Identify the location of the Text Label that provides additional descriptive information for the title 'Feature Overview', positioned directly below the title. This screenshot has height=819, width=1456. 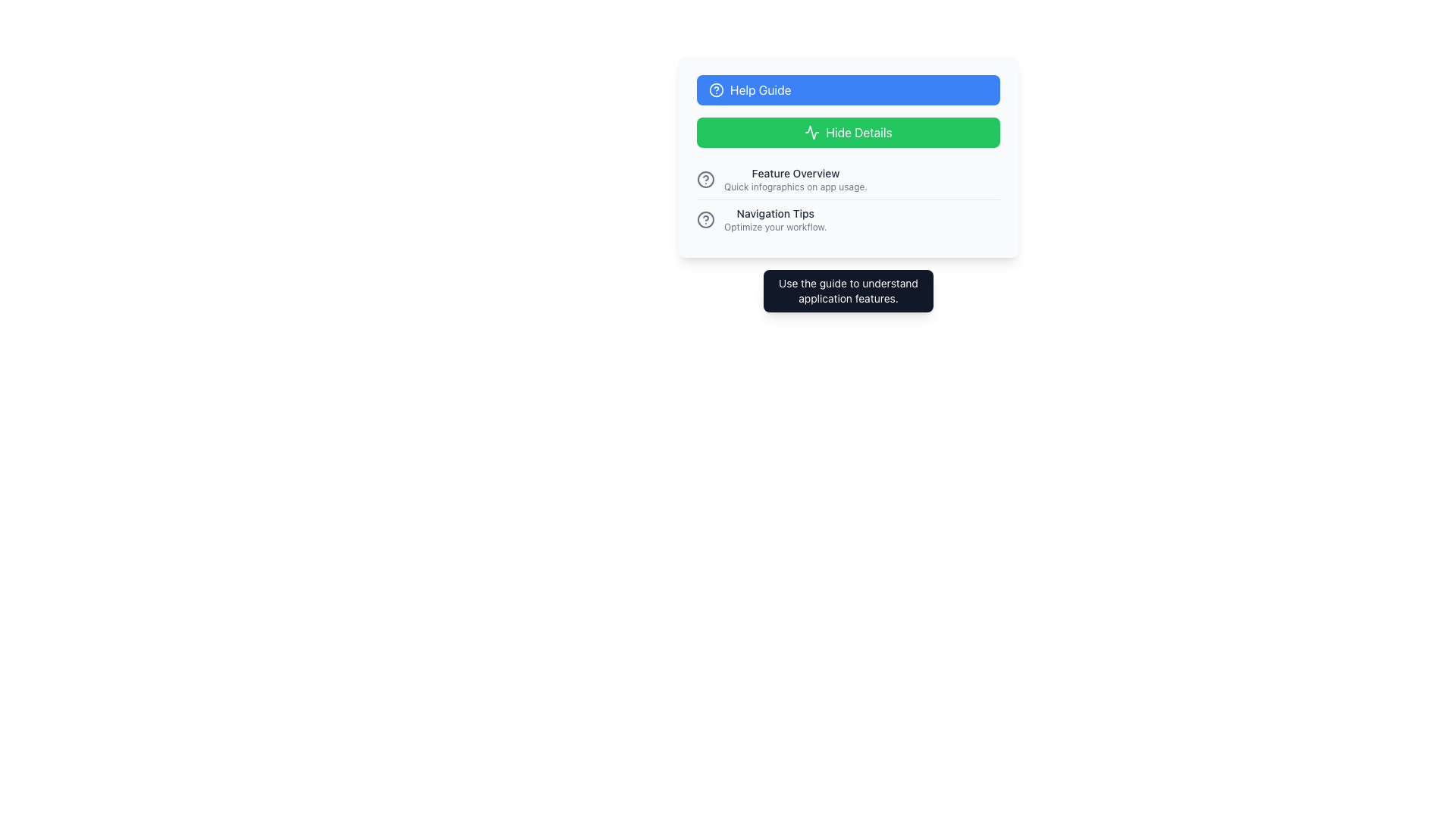
(795, 186).